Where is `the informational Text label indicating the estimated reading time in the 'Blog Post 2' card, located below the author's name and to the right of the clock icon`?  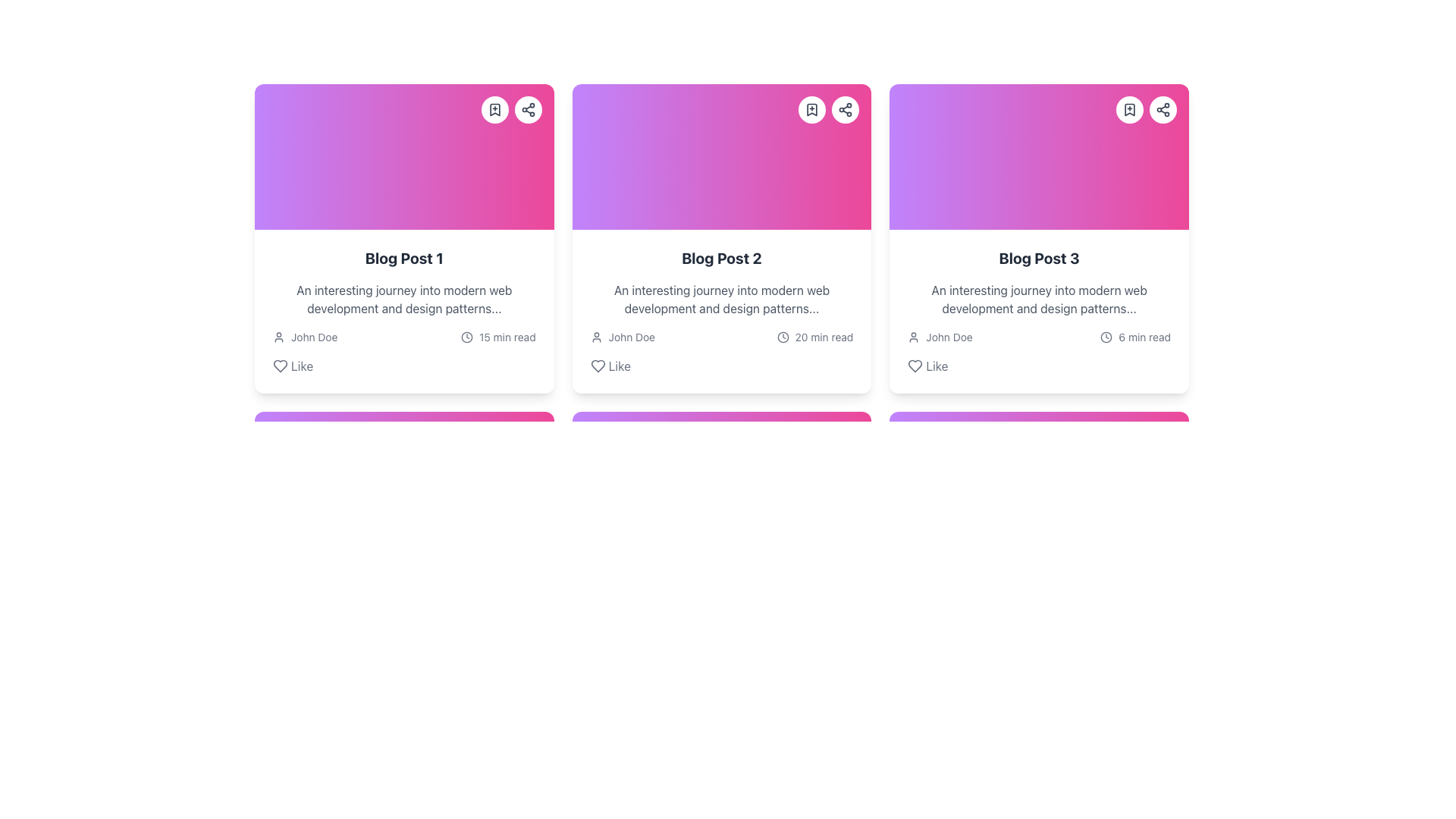 the informational Text label indicating the estimated reading time in the 'Blog Post 2' card, located below the author's name and to the right of the clock icon is located at coordinates (823, 336).